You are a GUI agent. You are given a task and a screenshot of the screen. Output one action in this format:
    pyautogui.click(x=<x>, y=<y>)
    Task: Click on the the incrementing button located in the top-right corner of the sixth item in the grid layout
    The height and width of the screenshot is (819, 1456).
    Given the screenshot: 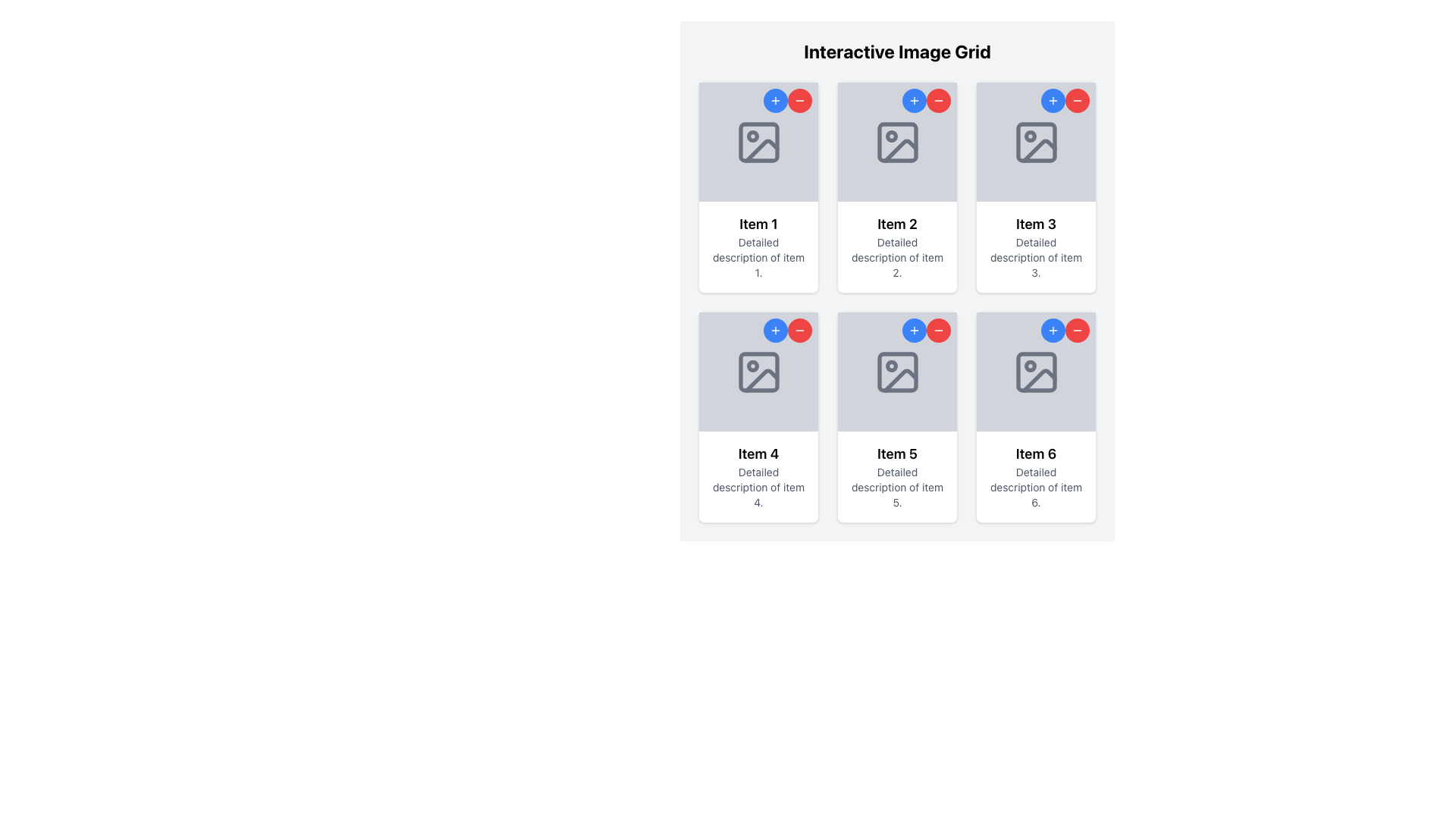 What is the action you would take?
    pyautogui.click(x=1052, y=329)
    